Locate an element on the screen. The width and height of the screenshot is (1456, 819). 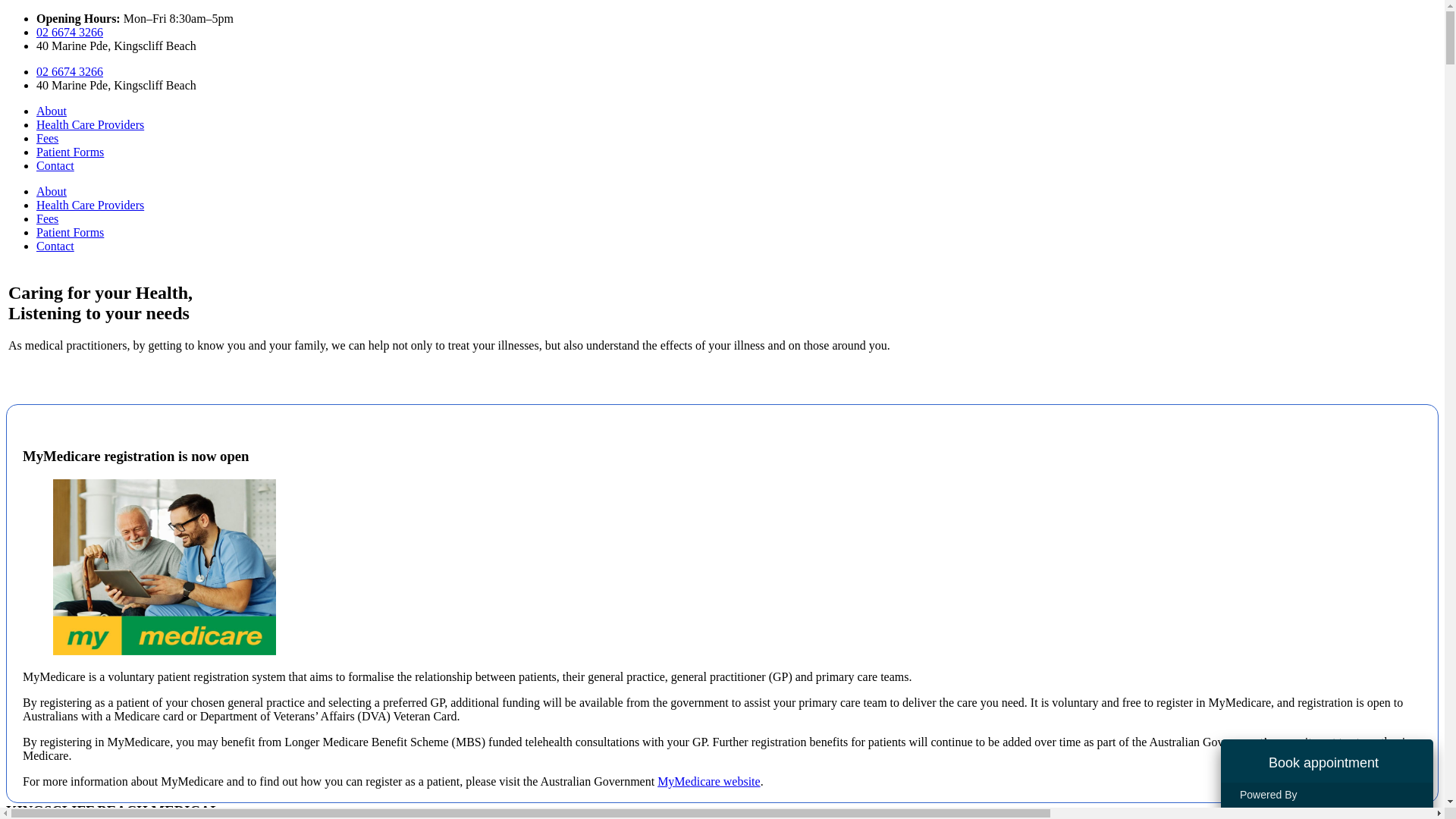
'Health Care Providers' is located at coordinates (89, 124).